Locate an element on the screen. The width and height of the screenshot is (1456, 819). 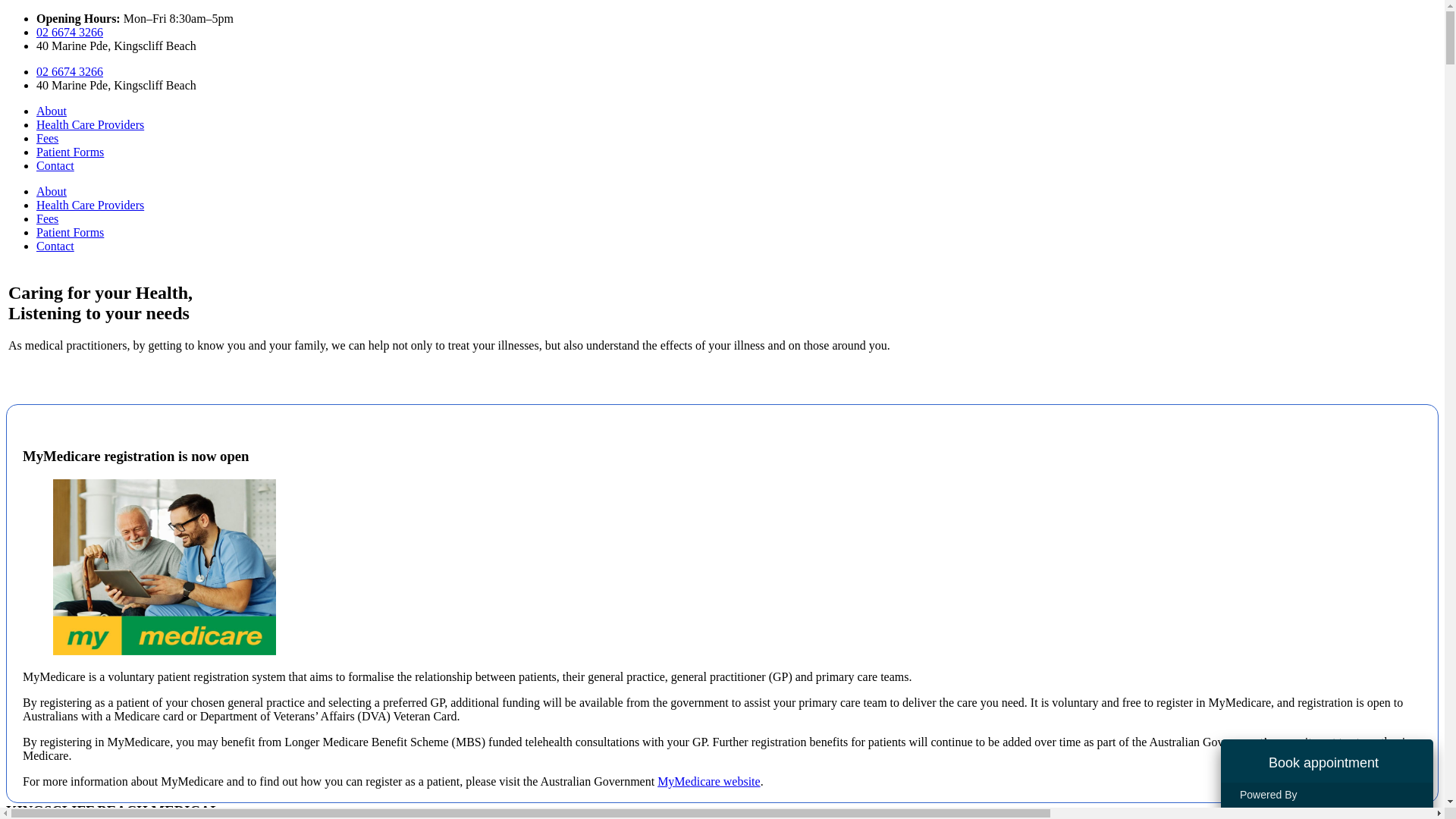
'Health Care Providers' is located at coordinates (89, 124).